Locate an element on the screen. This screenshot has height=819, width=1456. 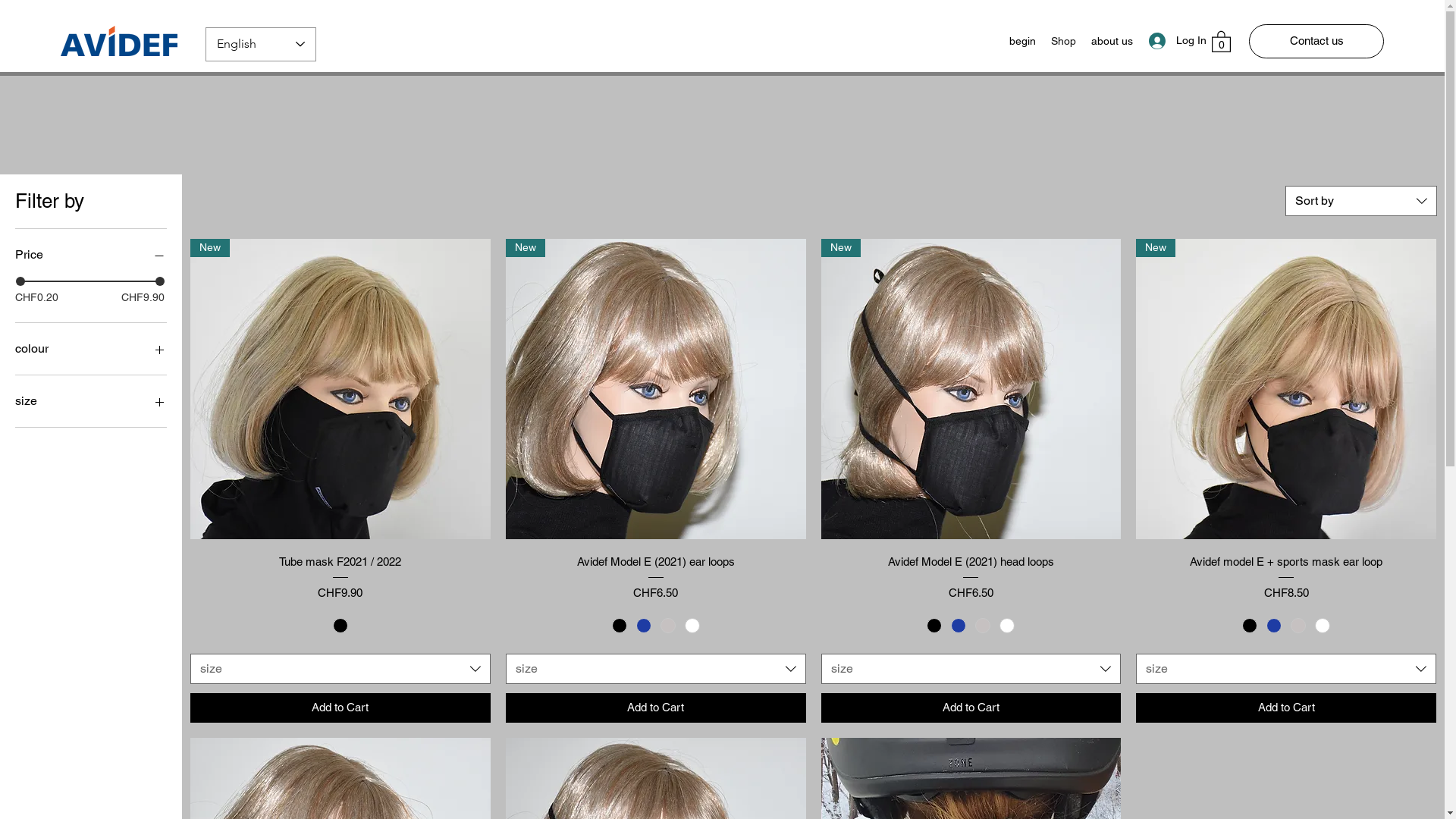
'Log In' is located at coordinates (1138, 39).